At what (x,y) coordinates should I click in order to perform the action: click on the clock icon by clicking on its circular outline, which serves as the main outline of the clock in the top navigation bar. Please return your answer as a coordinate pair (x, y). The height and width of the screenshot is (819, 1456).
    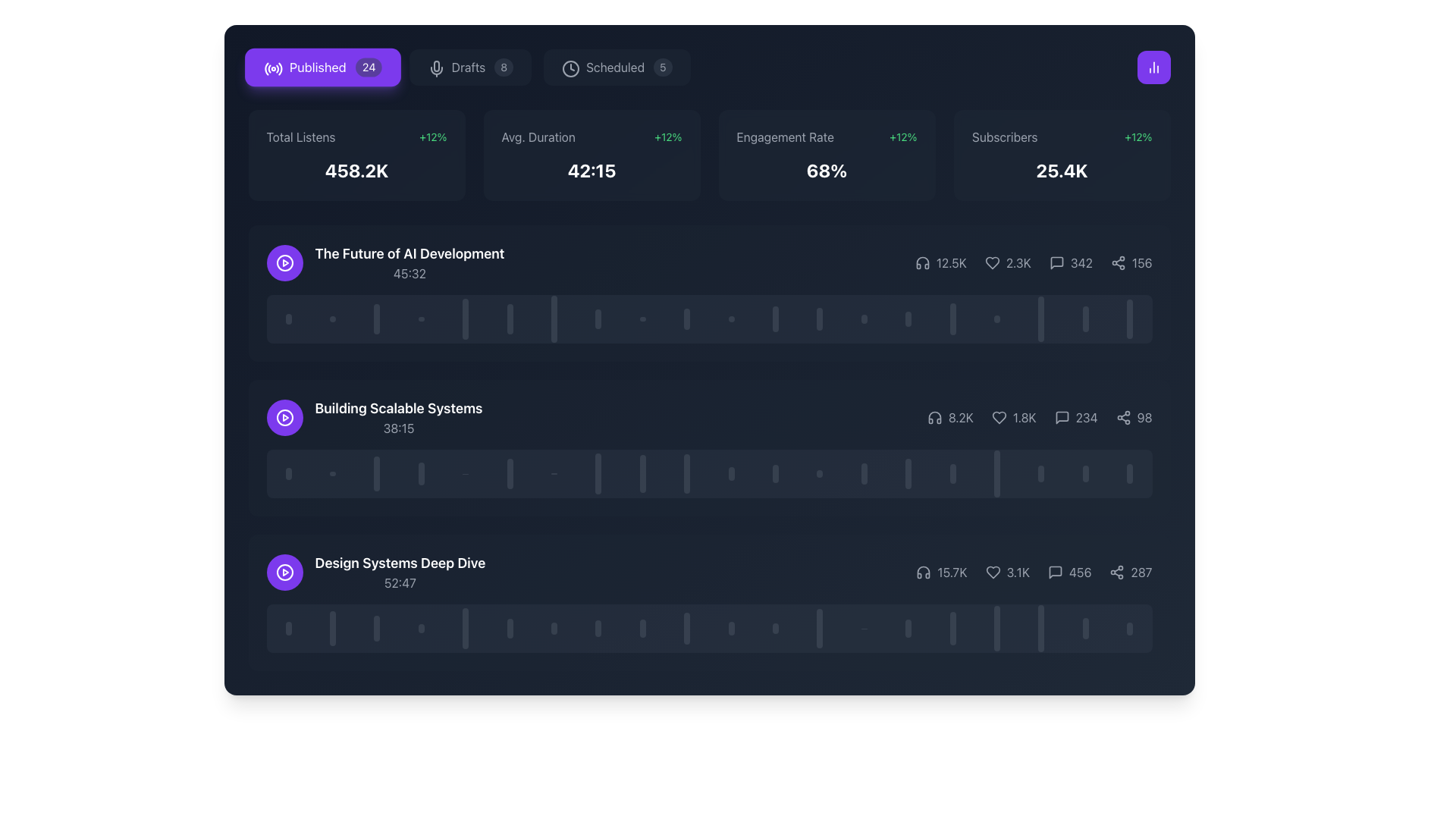
    Looking at the image, I should click on (570, 69).